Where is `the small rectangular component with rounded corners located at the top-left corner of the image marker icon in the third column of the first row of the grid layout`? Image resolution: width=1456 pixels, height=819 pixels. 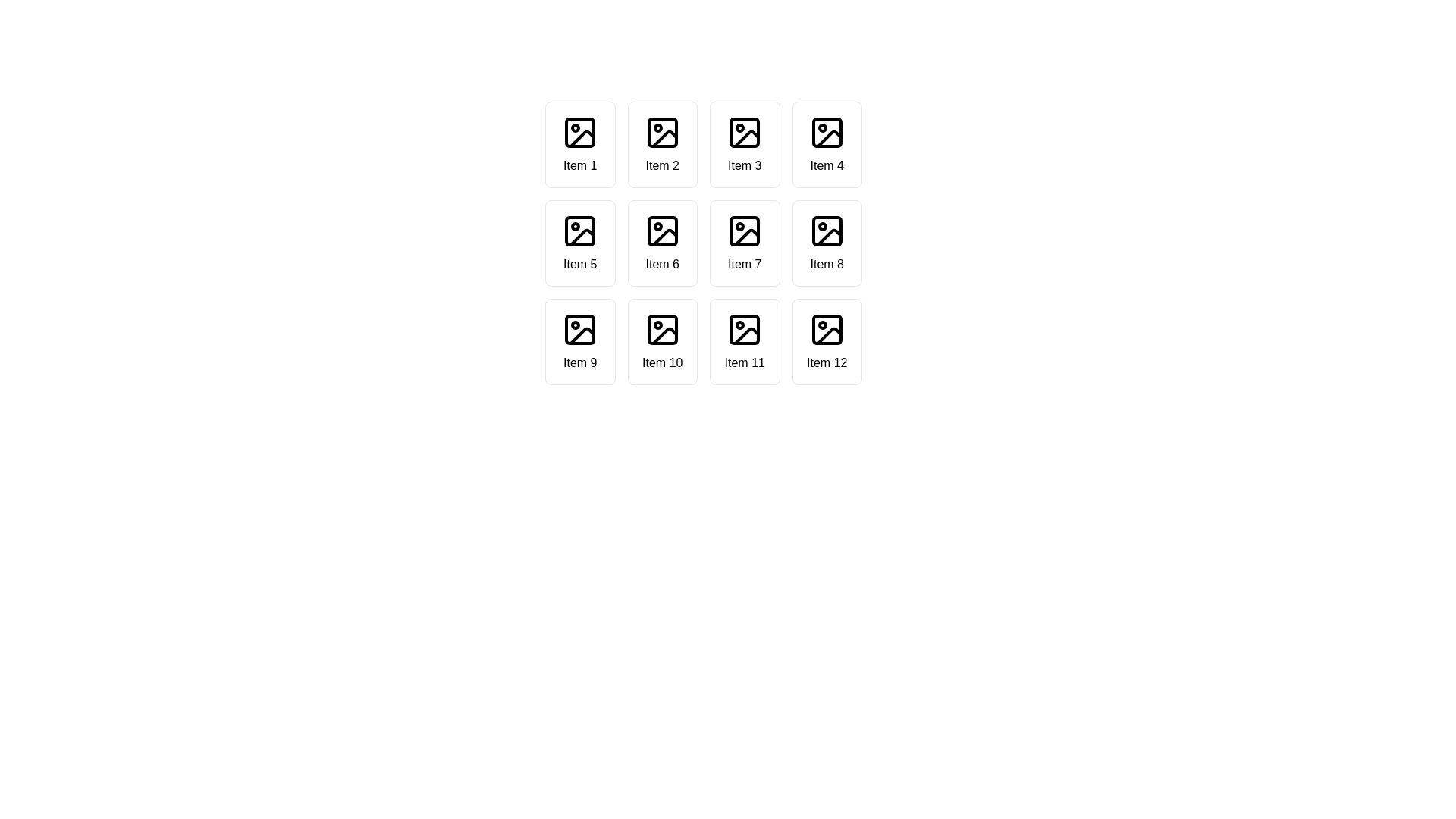
the small rectangular component with rounded corners located at the top-left corner of the image marker icon in the third column of the first row of the grid layout is located at coordinates (745, 131).